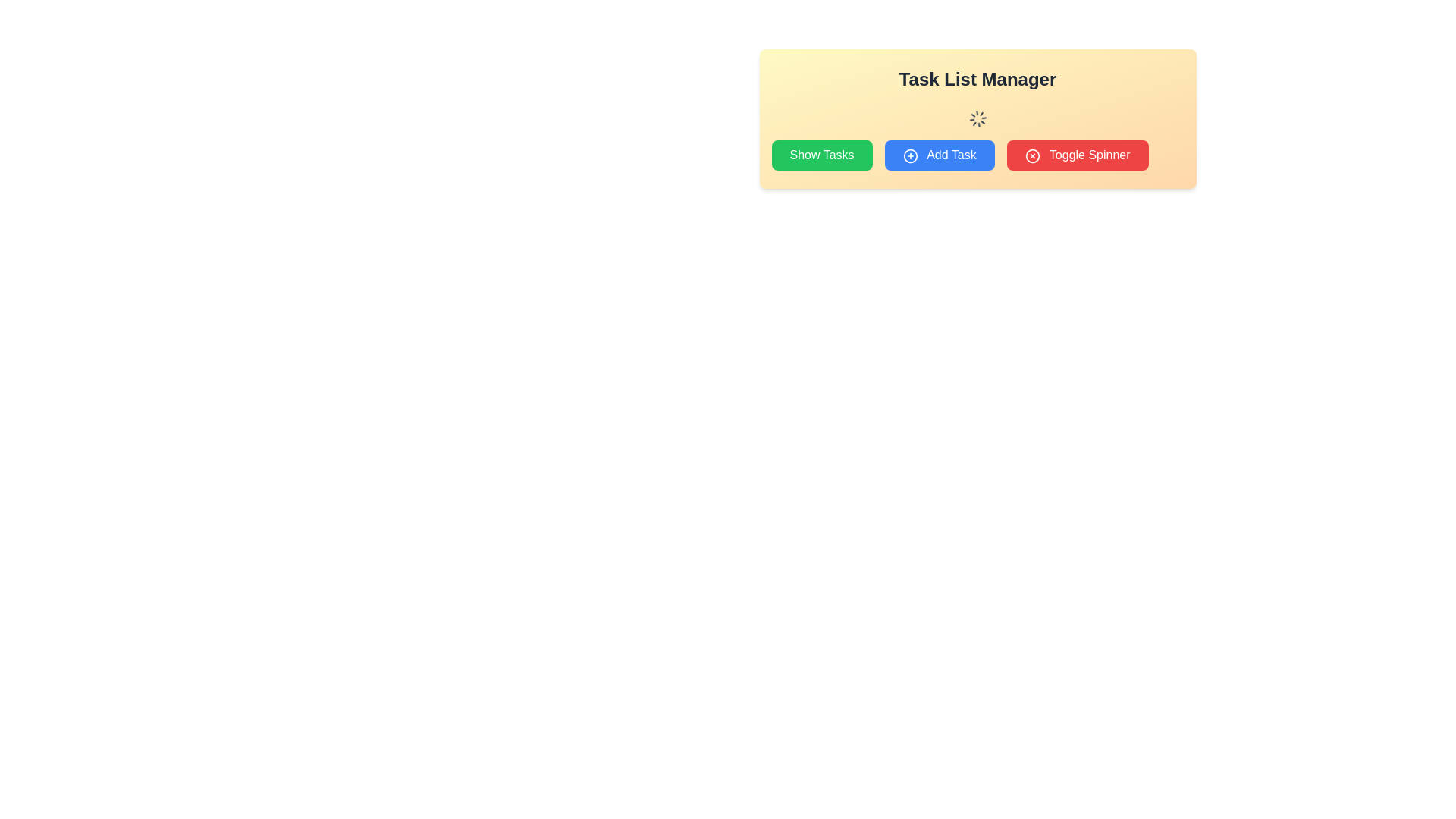  Describe the element at coordinates (977, 155) in the screenshot. I see `the rectangular blue button labeled 'Add Task' which has a plus sign icon` at that location.